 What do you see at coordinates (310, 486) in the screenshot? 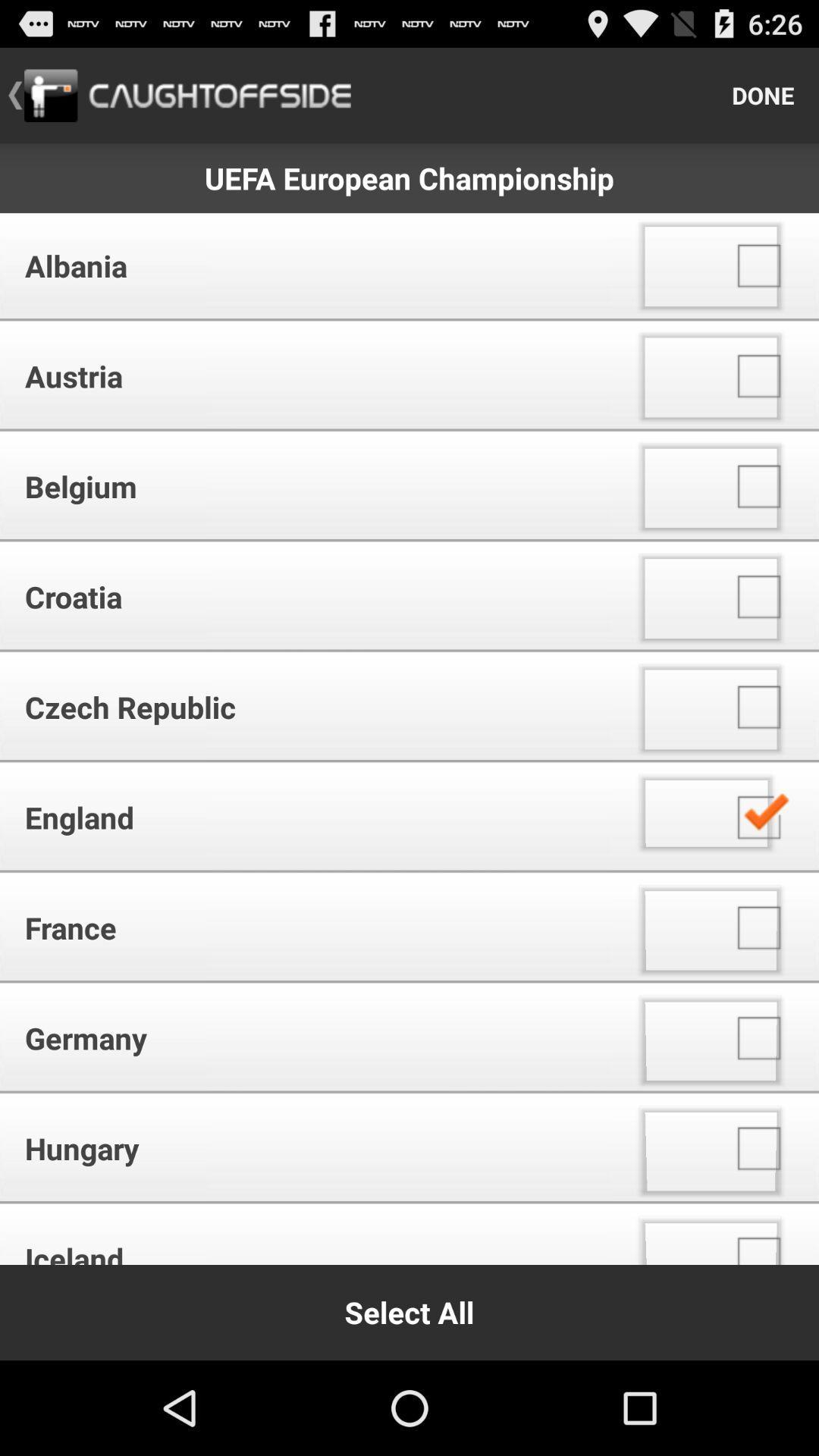
I see `the icon above croatia` at bounding box center [310, 486].